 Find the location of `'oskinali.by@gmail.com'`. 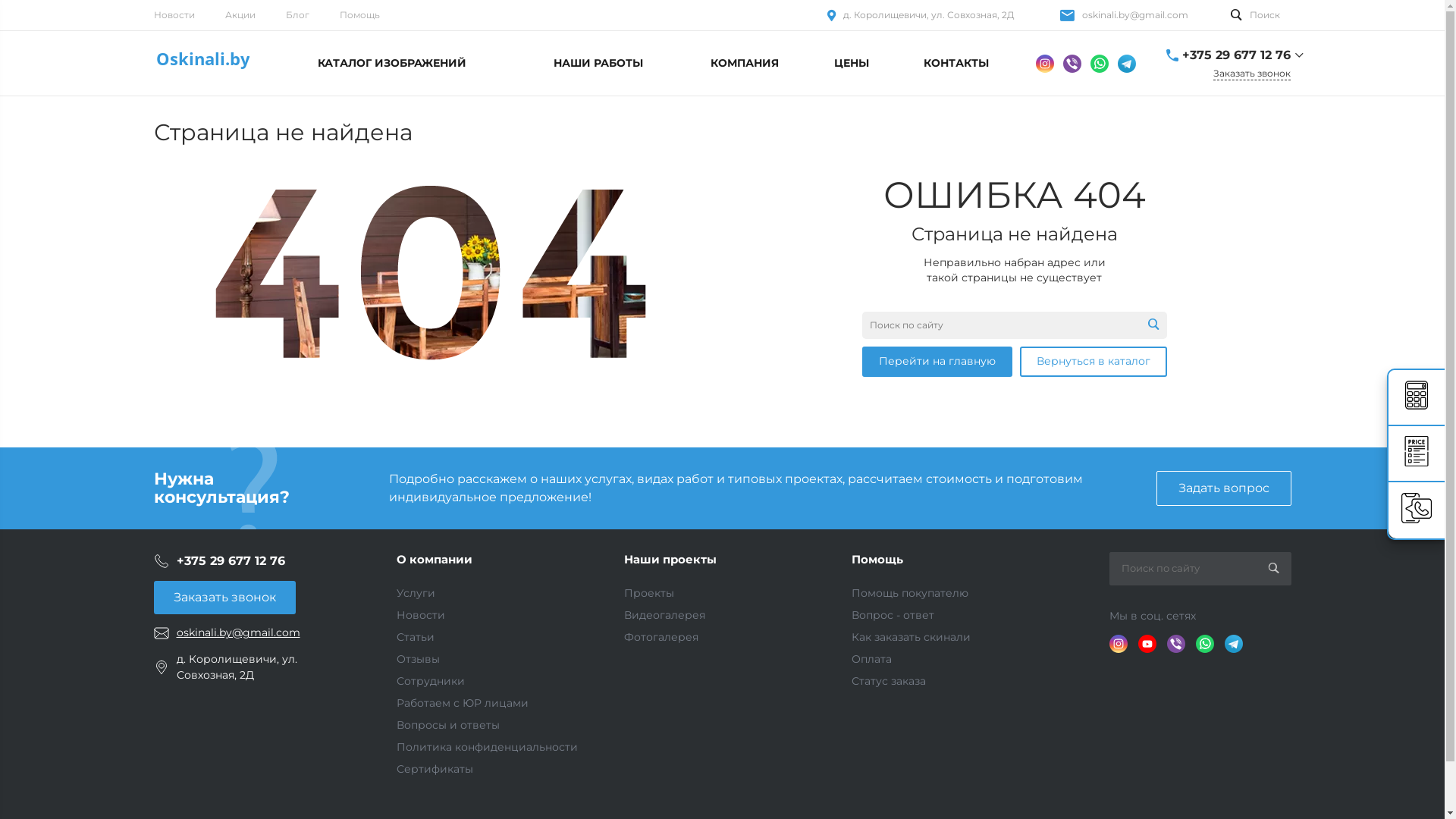

'oskinali.by@gmail.com' is located at coordinates (237, 632).